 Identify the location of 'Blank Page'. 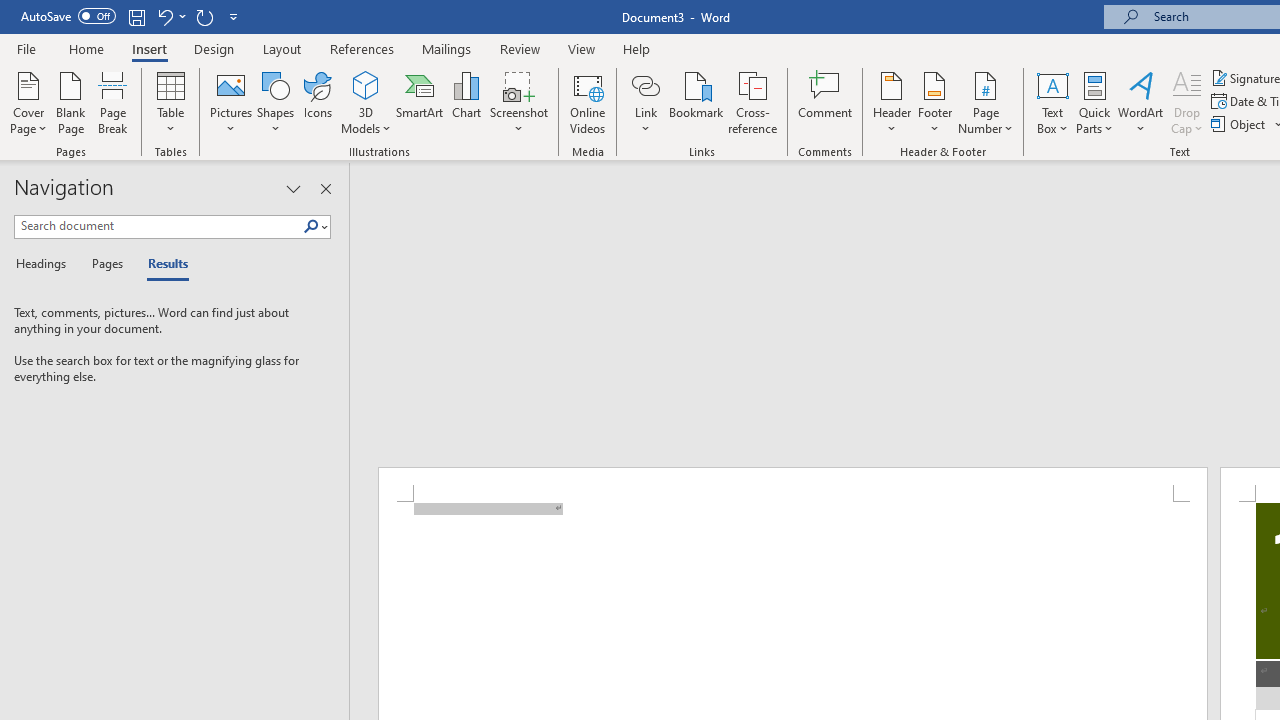
(71, 103).